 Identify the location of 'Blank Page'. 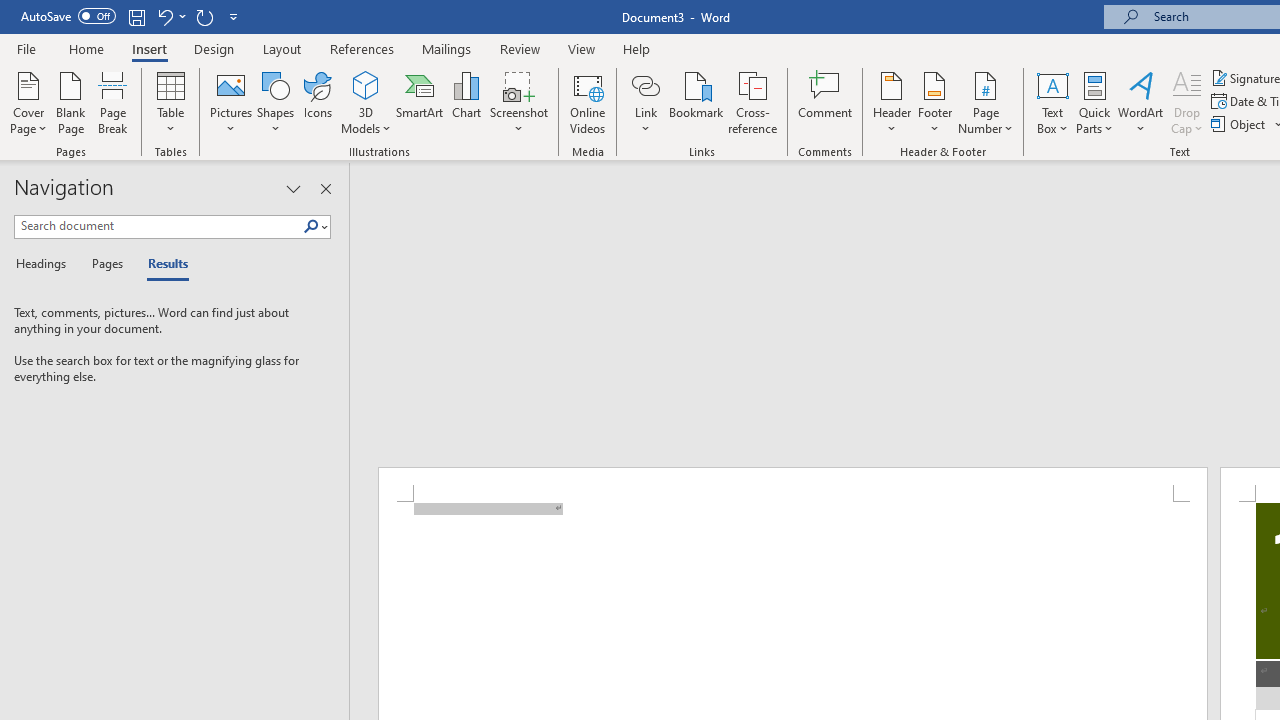
(71, 103).